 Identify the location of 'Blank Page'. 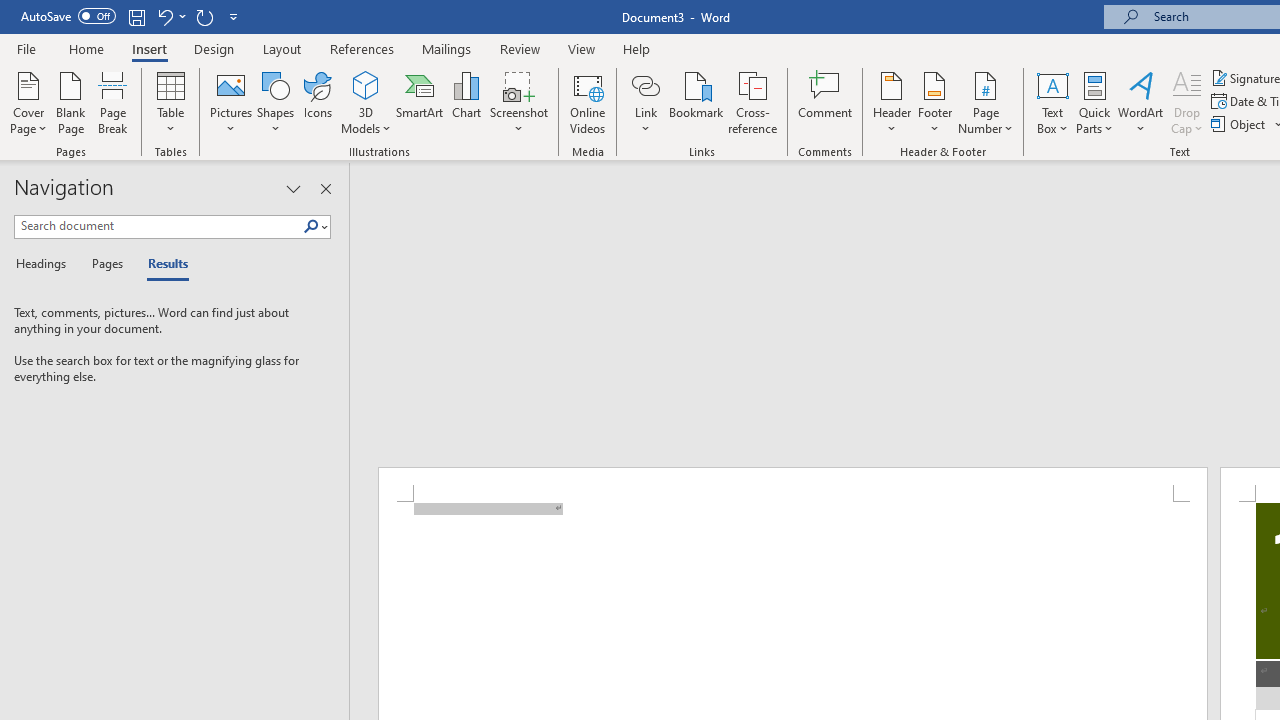
(71, 103).